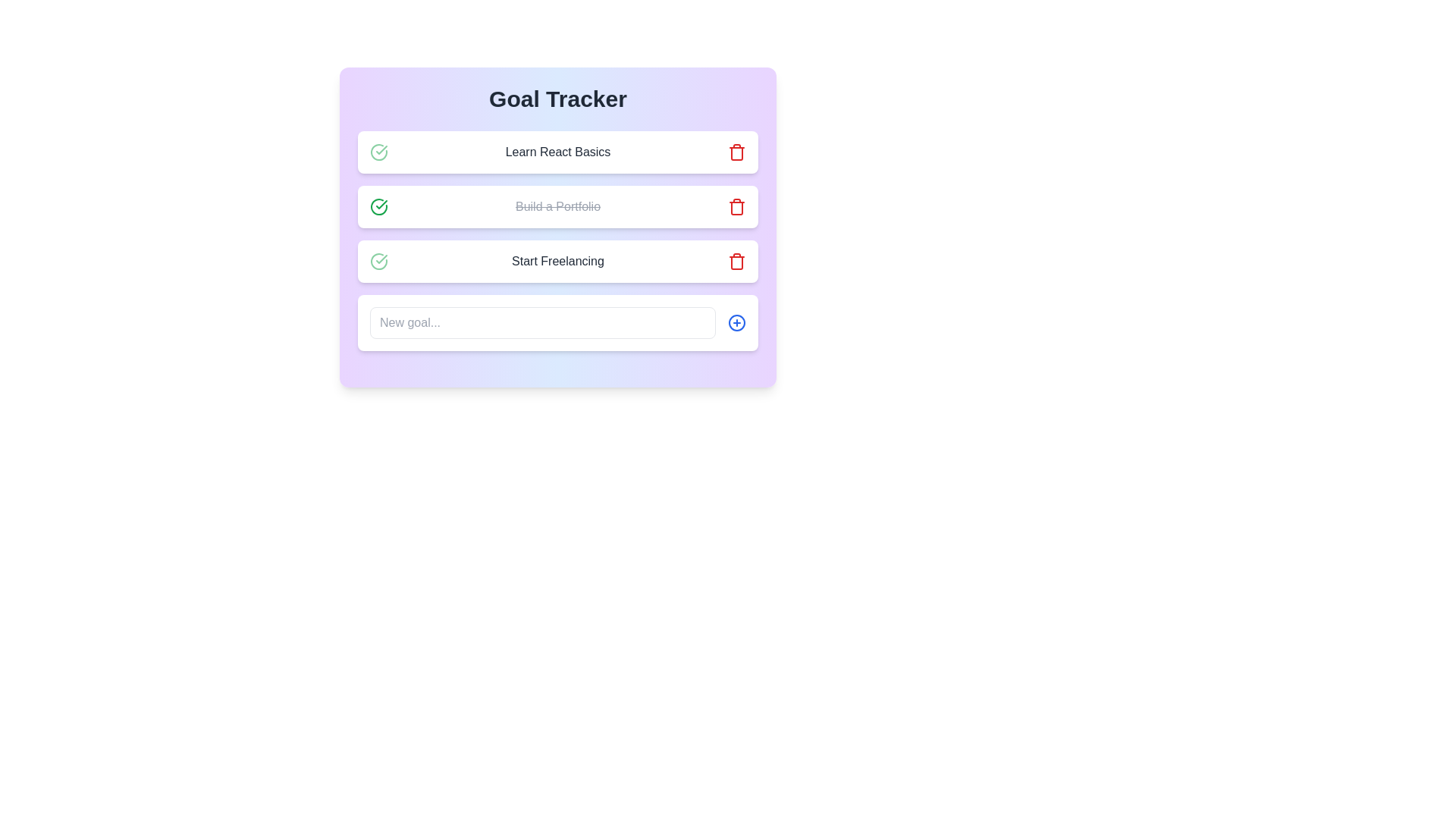  Describe the element at coordinates (542, 322) in the screenshot. I see `the input field for new goals to focus on it` at that location.